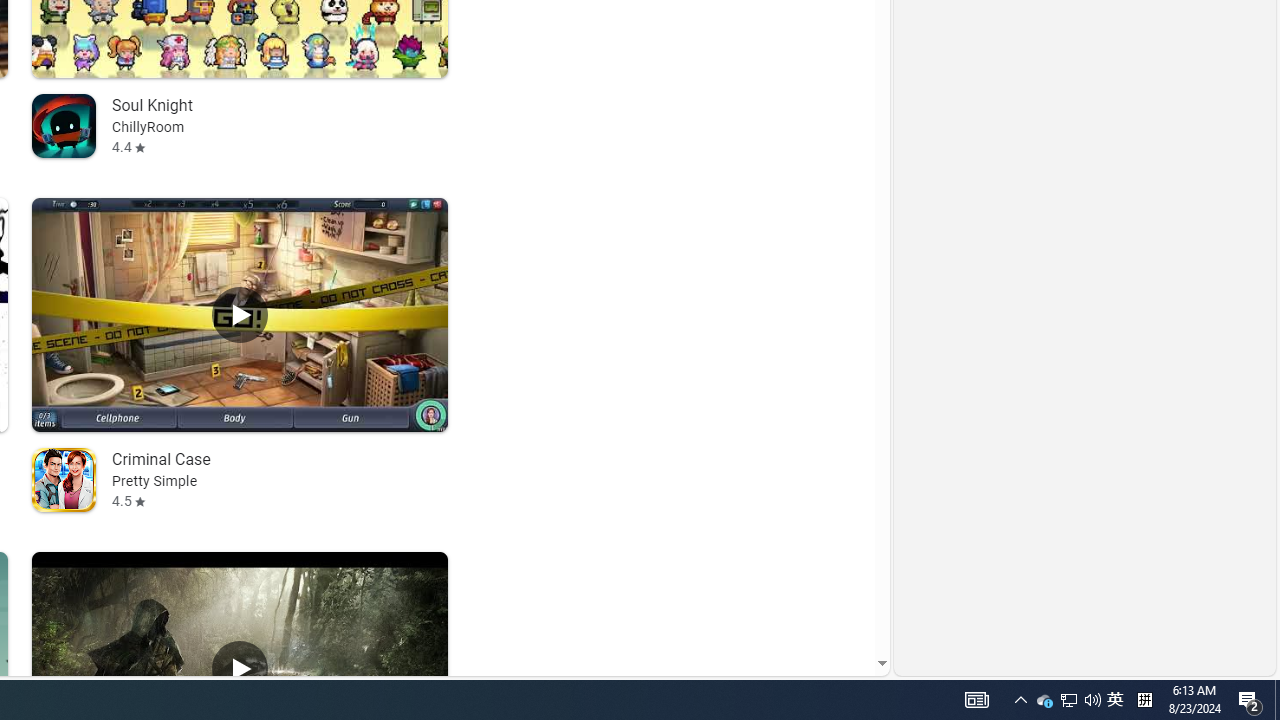 The image size is (1280, 720). What do you see at coordinates (240, 315) in the screenshot?
I see `'Play Criminal Case'` at bounding box center [240, 315].